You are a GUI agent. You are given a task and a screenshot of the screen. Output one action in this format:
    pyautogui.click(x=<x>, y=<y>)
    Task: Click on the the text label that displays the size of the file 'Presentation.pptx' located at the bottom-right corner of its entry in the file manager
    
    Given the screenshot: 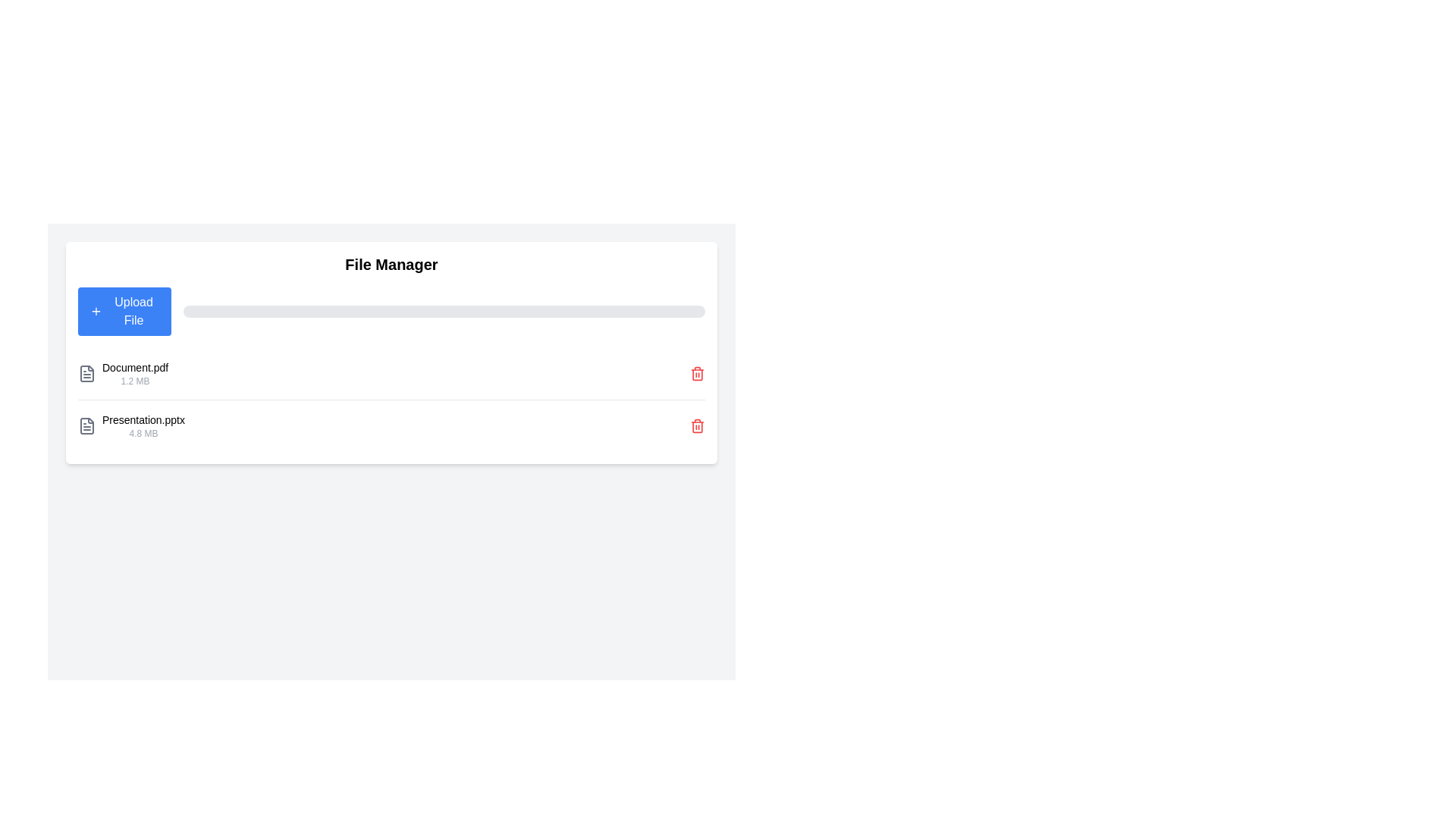 What is the action you would take?
    pyautogui.click(x=143, y=433)
    